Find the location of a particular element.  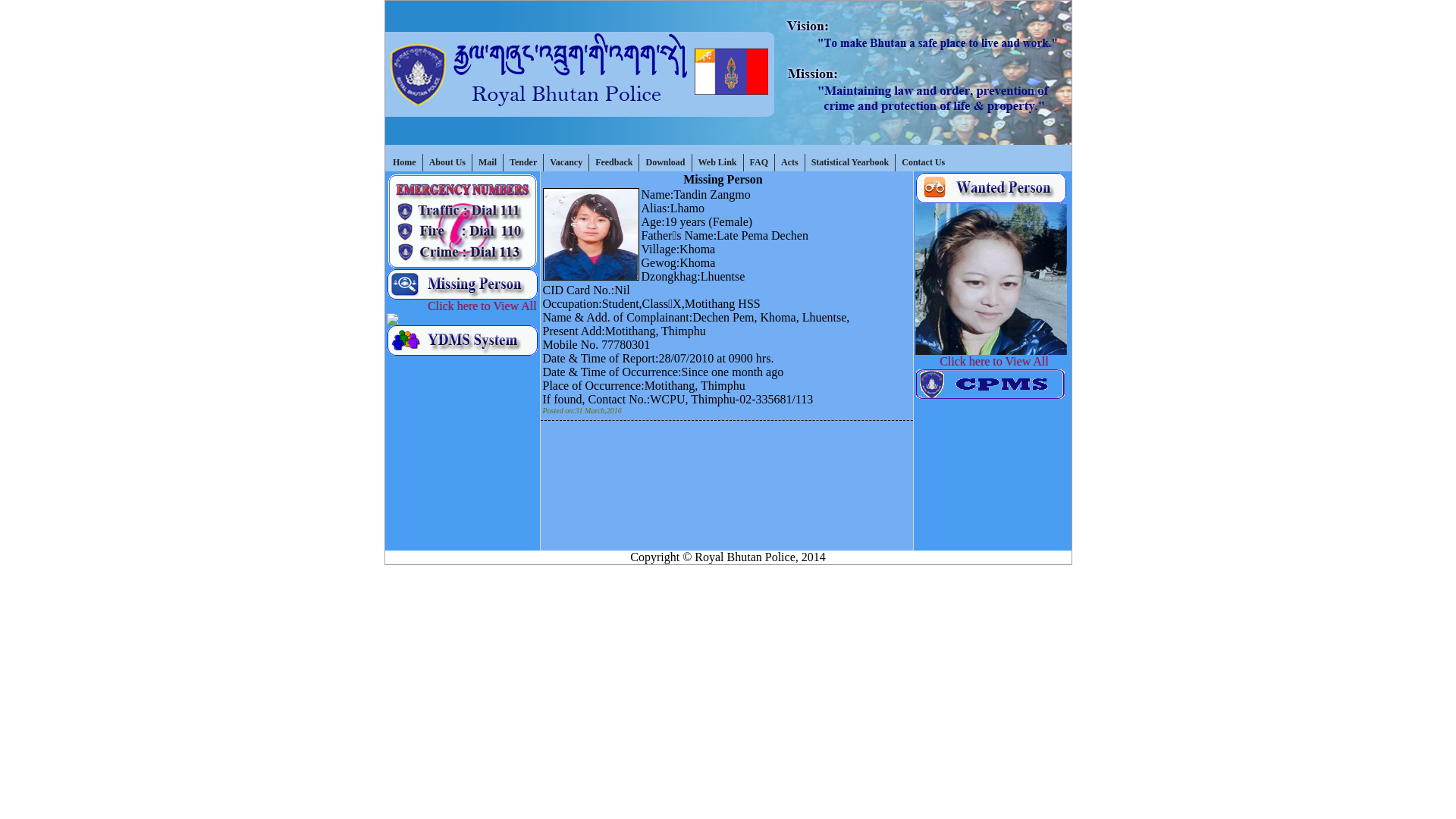

'Tender' is located at coordinates (523, 162).